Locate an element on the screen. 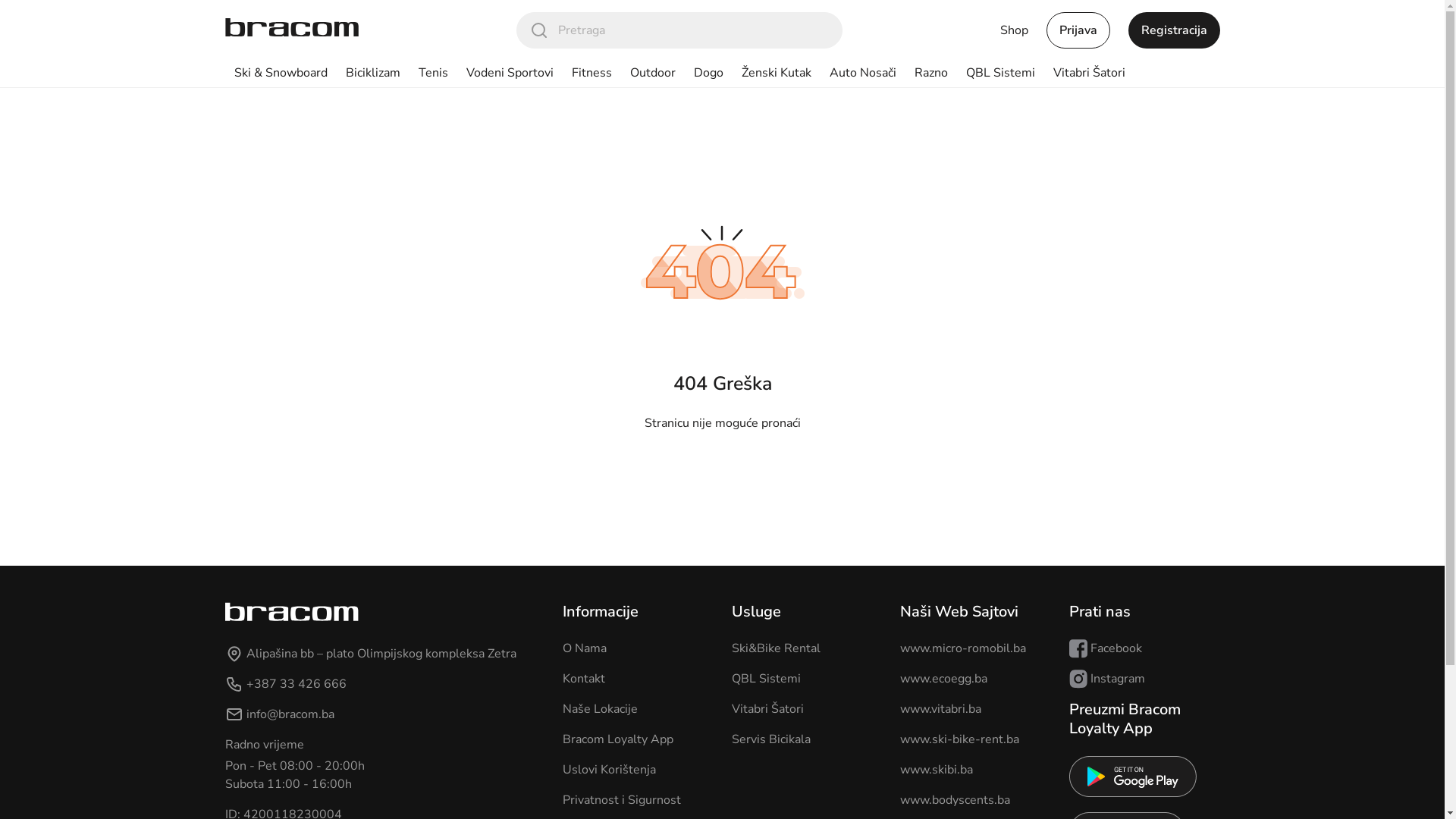 The width and height of the screenshot is (1456, 819). 'www.skibi.ba' is located at coordinates (935, 769).